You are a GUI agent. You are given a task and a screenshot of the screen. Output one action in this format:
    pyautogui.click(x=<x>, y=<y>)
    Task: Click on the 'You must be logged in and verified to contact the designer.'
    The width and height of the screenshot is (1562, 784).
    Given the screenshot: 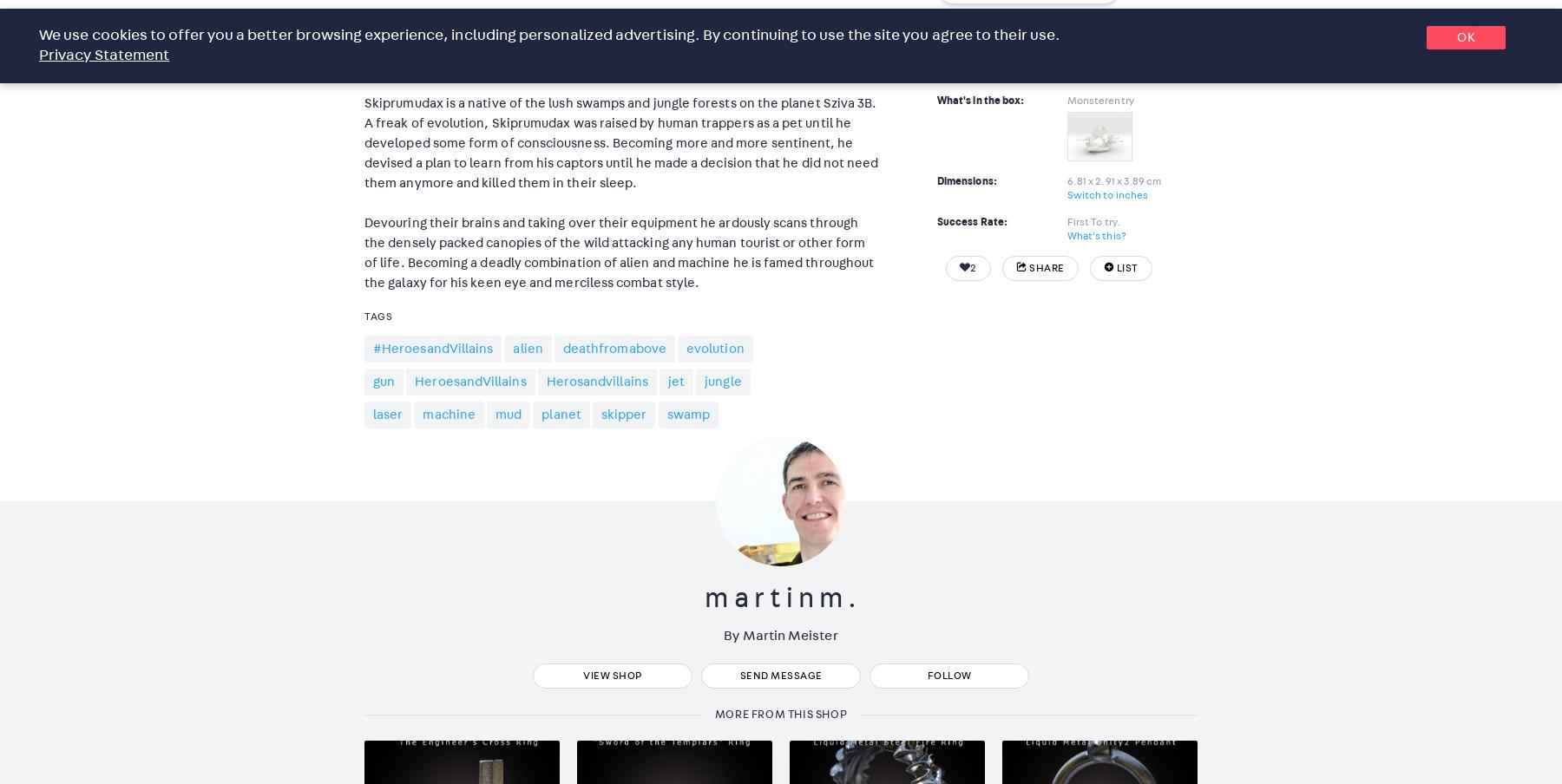 What is the action you would take?
    pyautogui.click(x=1054, y=21)
    